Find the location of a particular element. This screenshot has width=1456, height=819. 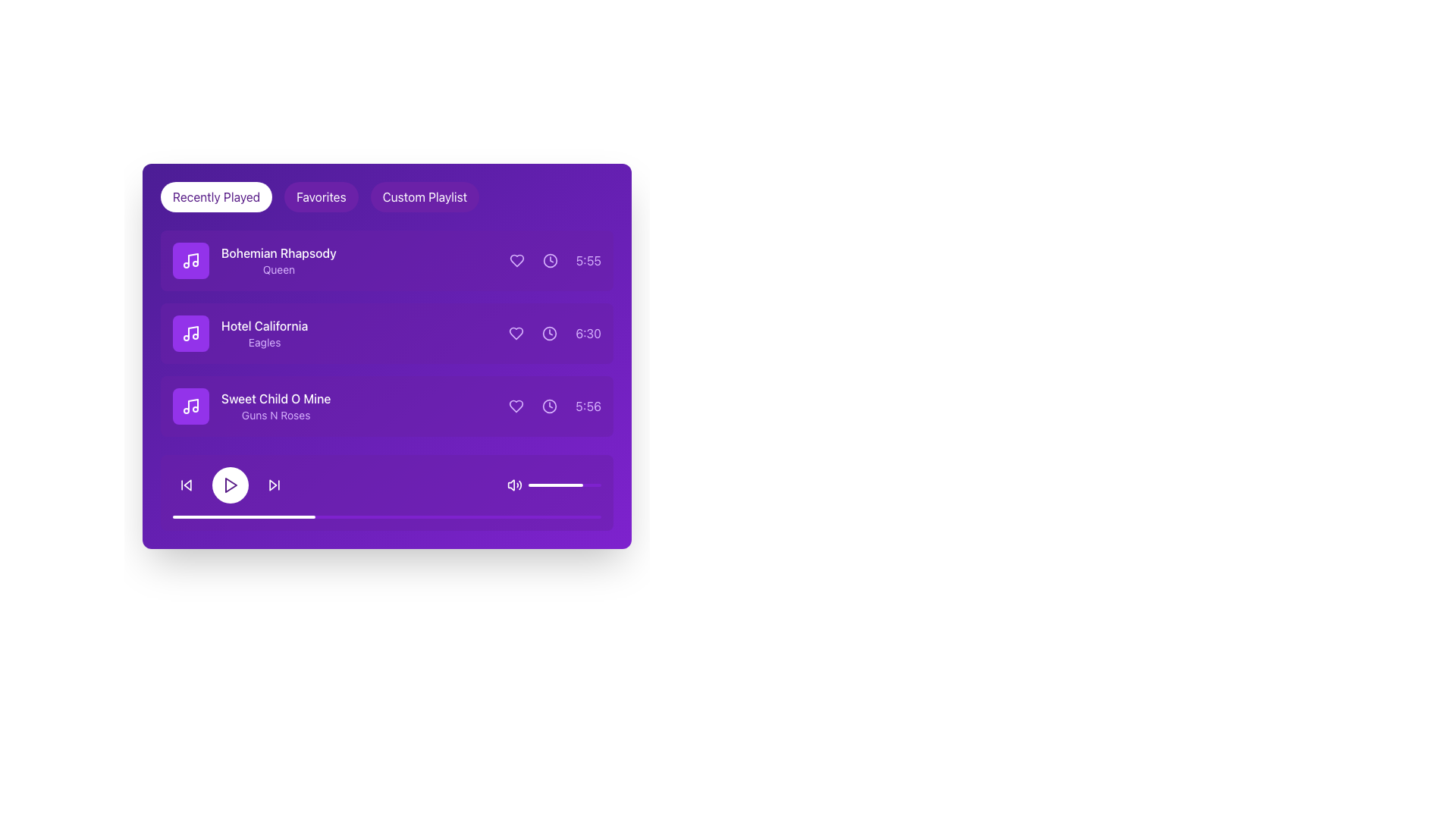

the text label displaying the duration '5:55' in purple font, which is positioned to the right of the clock icon in the playlist UI for the song 'Bohemian Rhapsody' is located at coordinates (588, 259).